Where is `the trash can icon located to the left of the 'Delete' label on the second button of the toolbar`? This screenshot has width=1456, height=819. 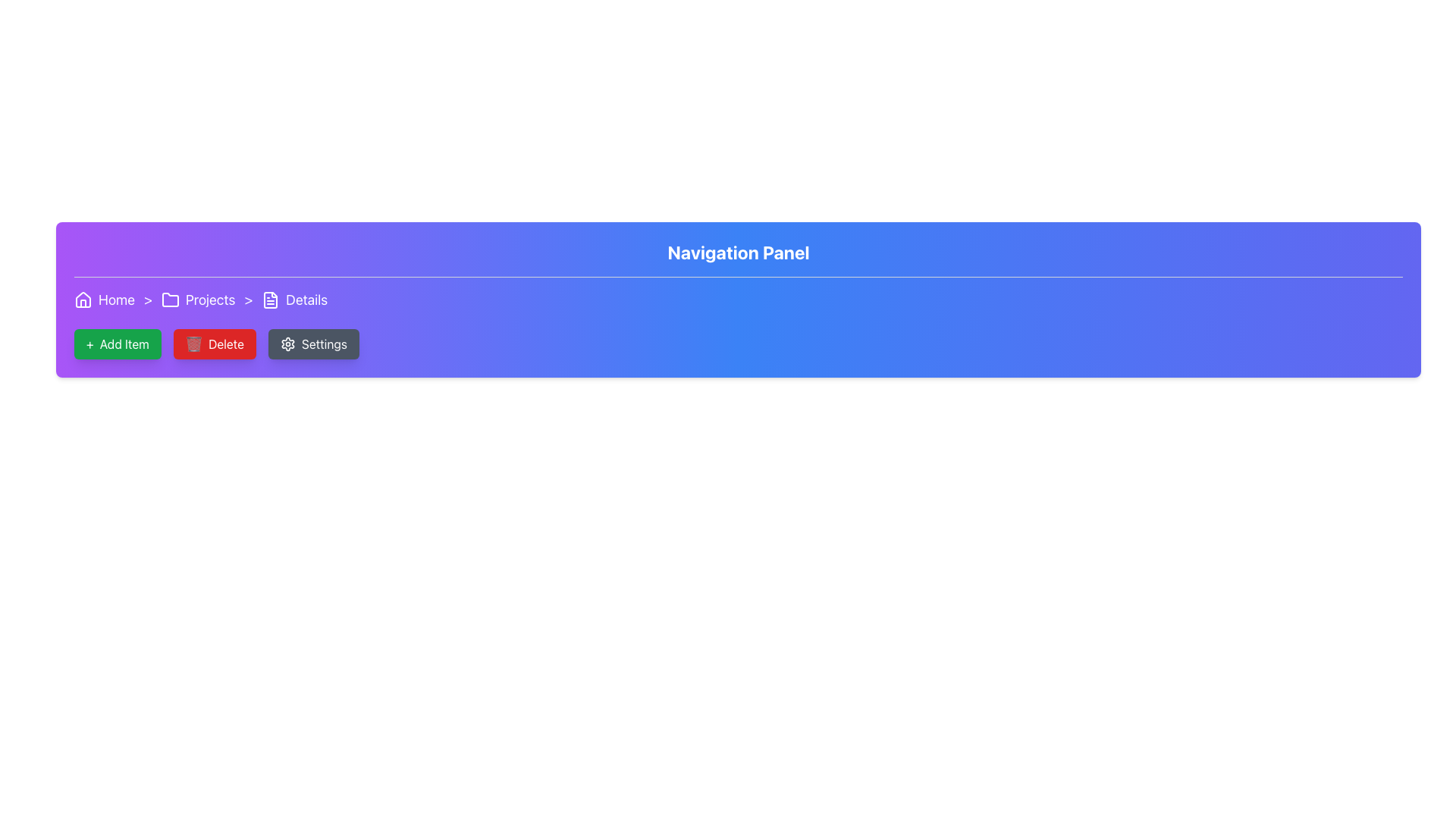
the trash can icon located to the left of the 'Delete' label on the second button of the toolbar is located at coordinates (193, 344).